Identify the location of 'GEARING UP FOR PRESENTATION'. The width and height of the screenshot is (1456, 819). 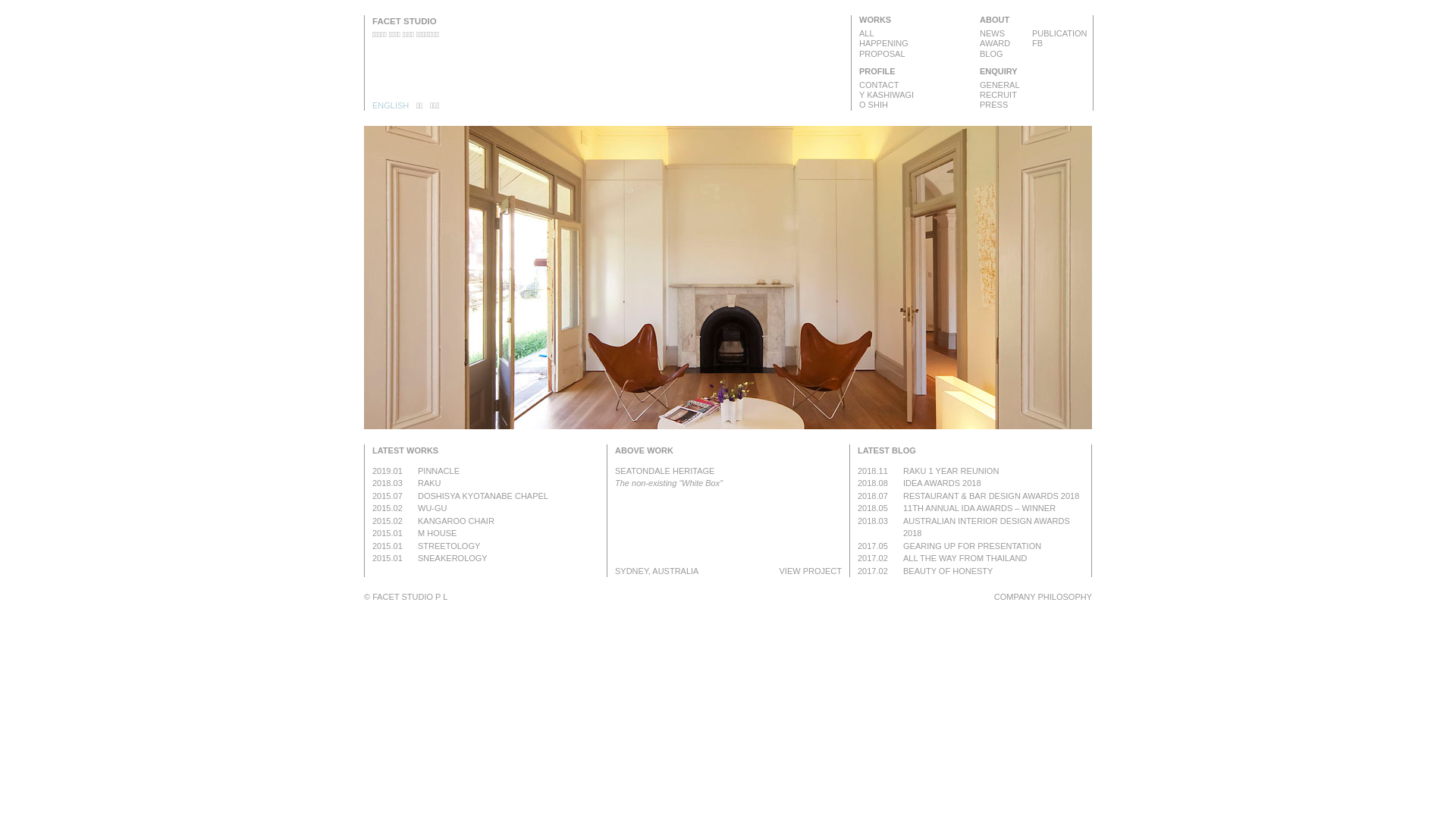
(993, 546).